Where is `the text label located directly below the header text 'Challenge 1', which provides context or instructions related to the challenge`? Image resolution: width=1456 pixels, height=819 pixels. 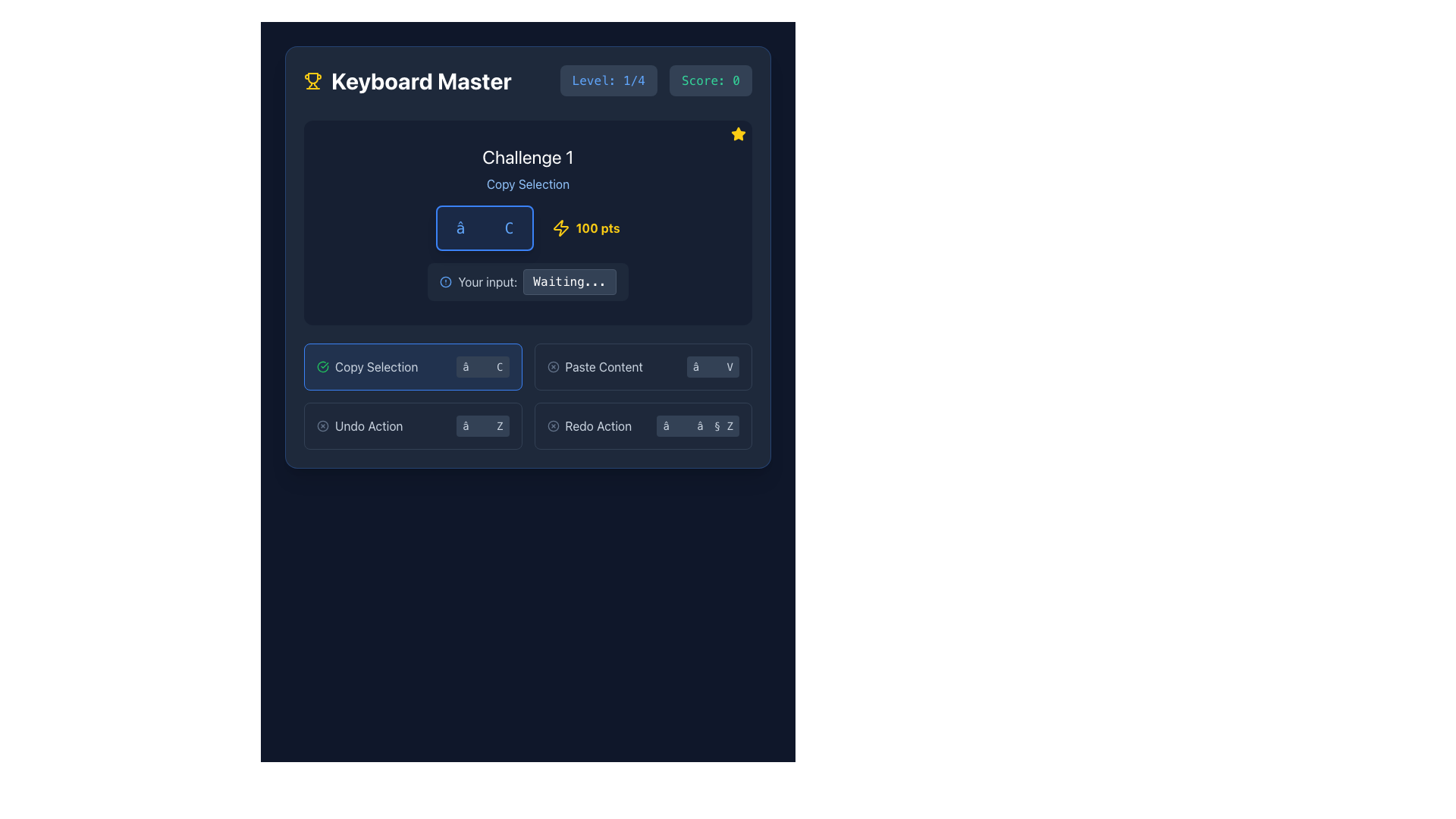
the text label located directly below the header text 'Challenge 1', which provides context or instructions related to the challenge is located at coordinates (528, 184).